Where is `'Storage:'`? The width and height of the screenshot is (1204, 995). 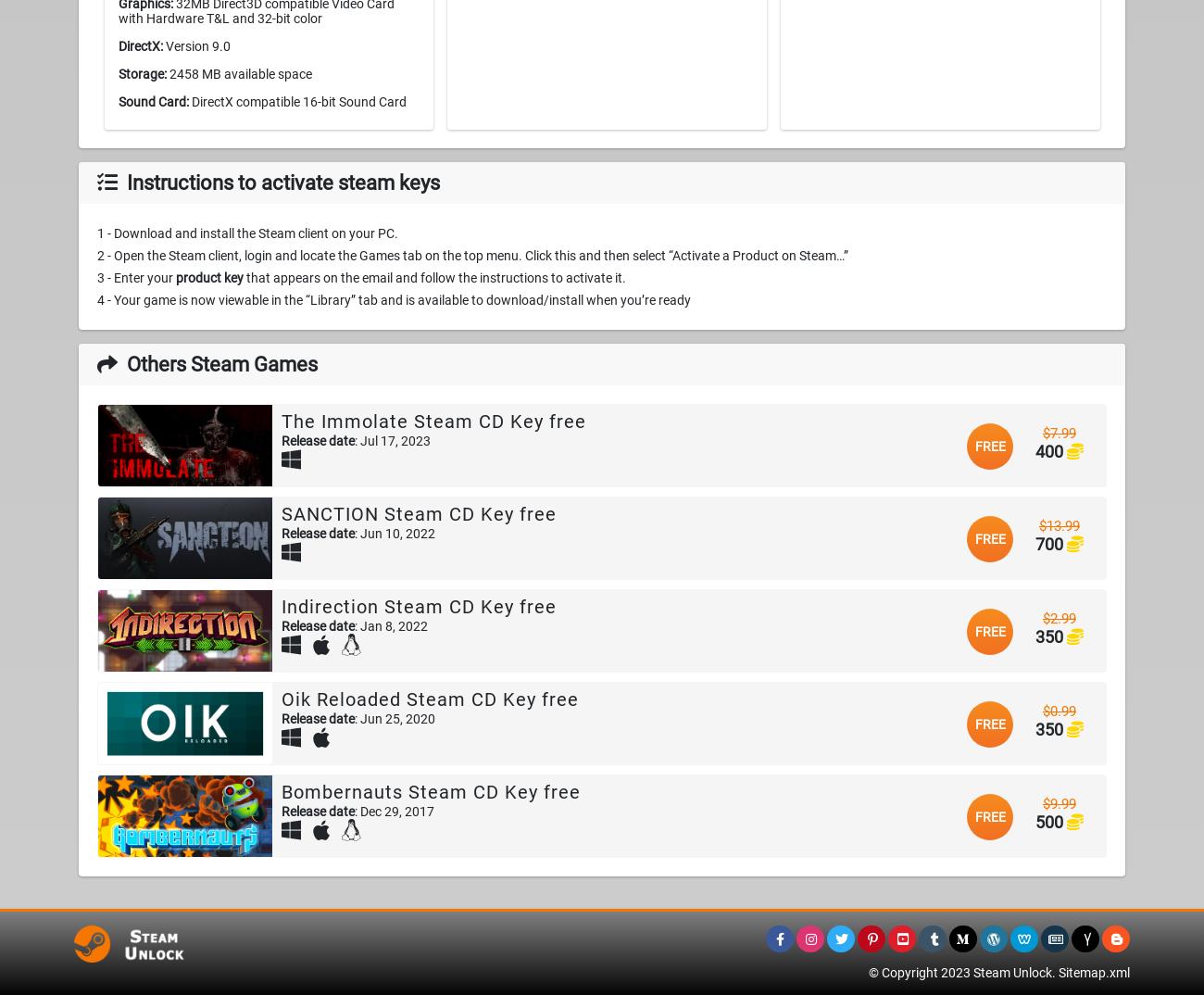
'Storage:' is located at coordinates (141, 74).